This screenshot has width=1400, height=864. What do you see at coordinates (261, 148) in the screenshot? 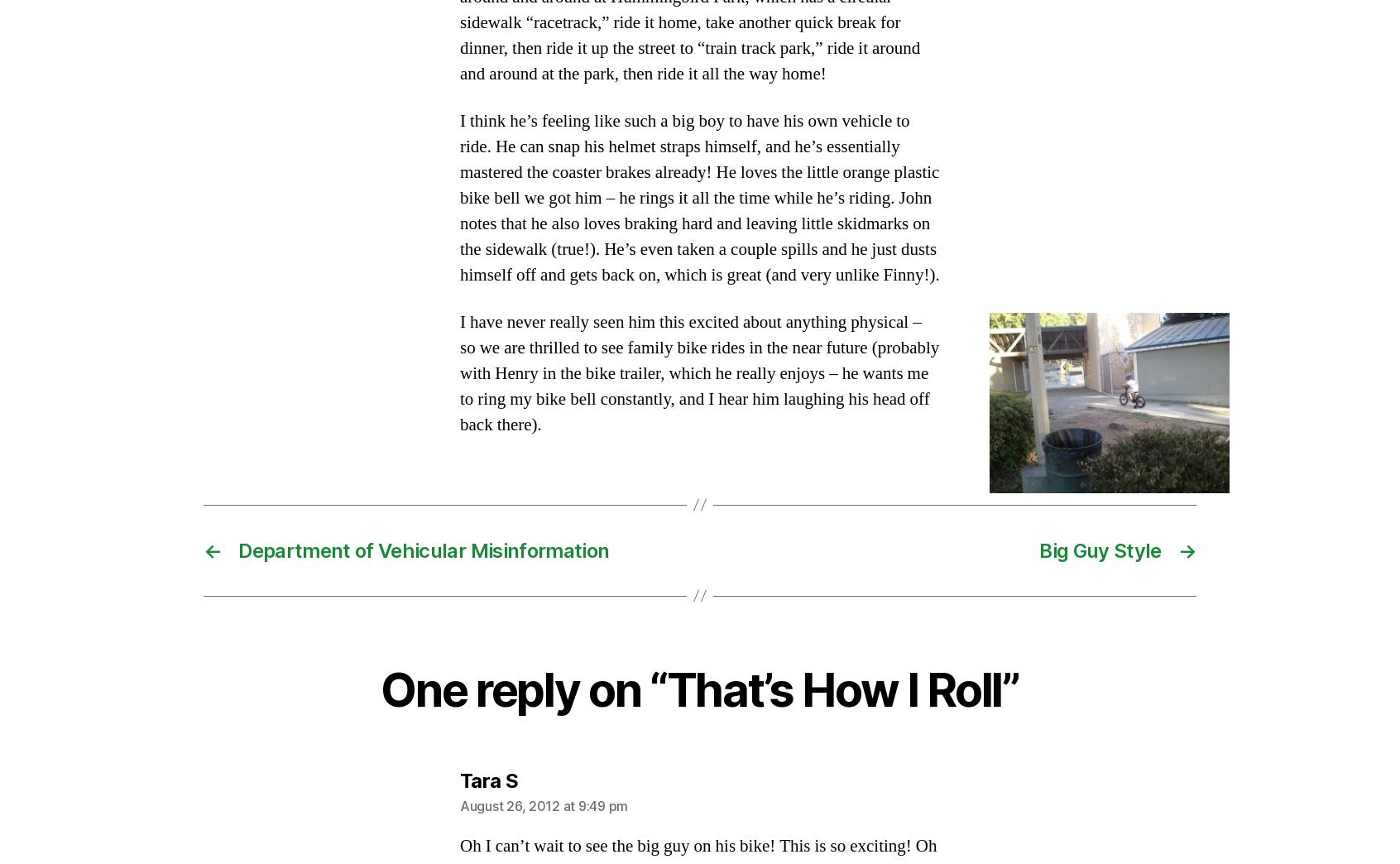
I see `'October 2009'` at bounding box center [261, 148].